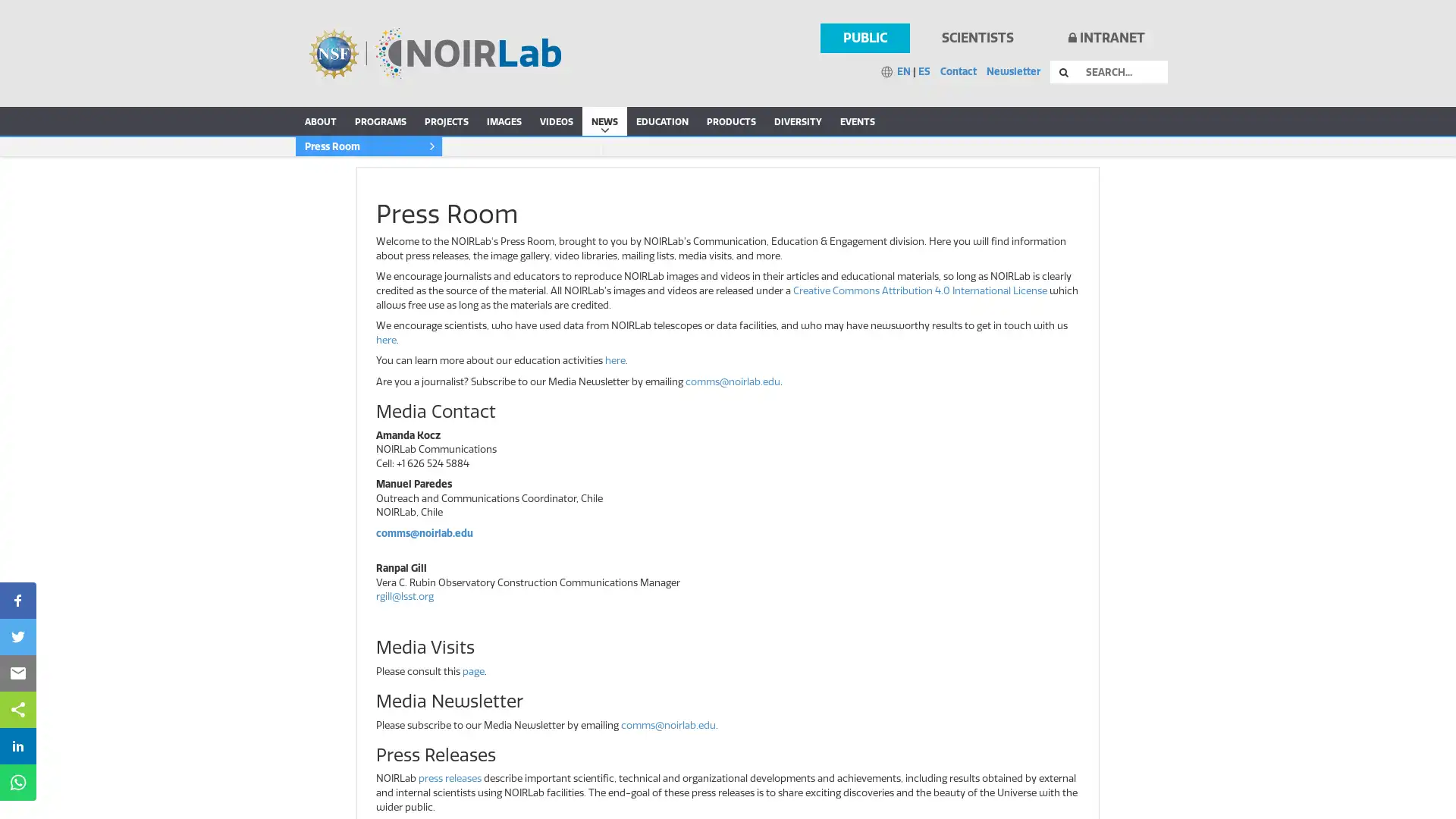  I want to click on PUBLIC, so click(864, 37).